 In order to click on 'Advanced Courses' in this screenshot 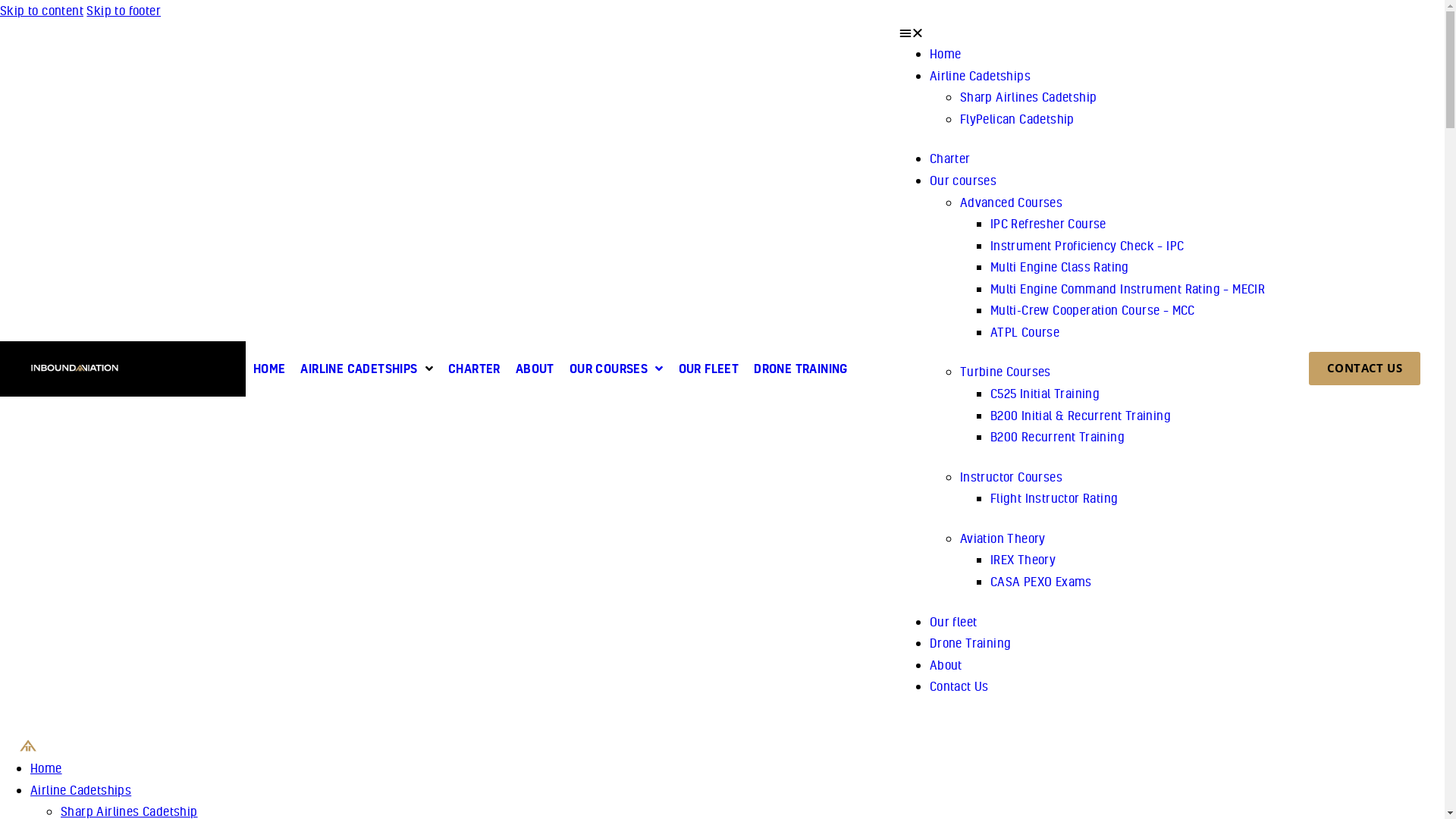, I will do `click(1011, 201)`.